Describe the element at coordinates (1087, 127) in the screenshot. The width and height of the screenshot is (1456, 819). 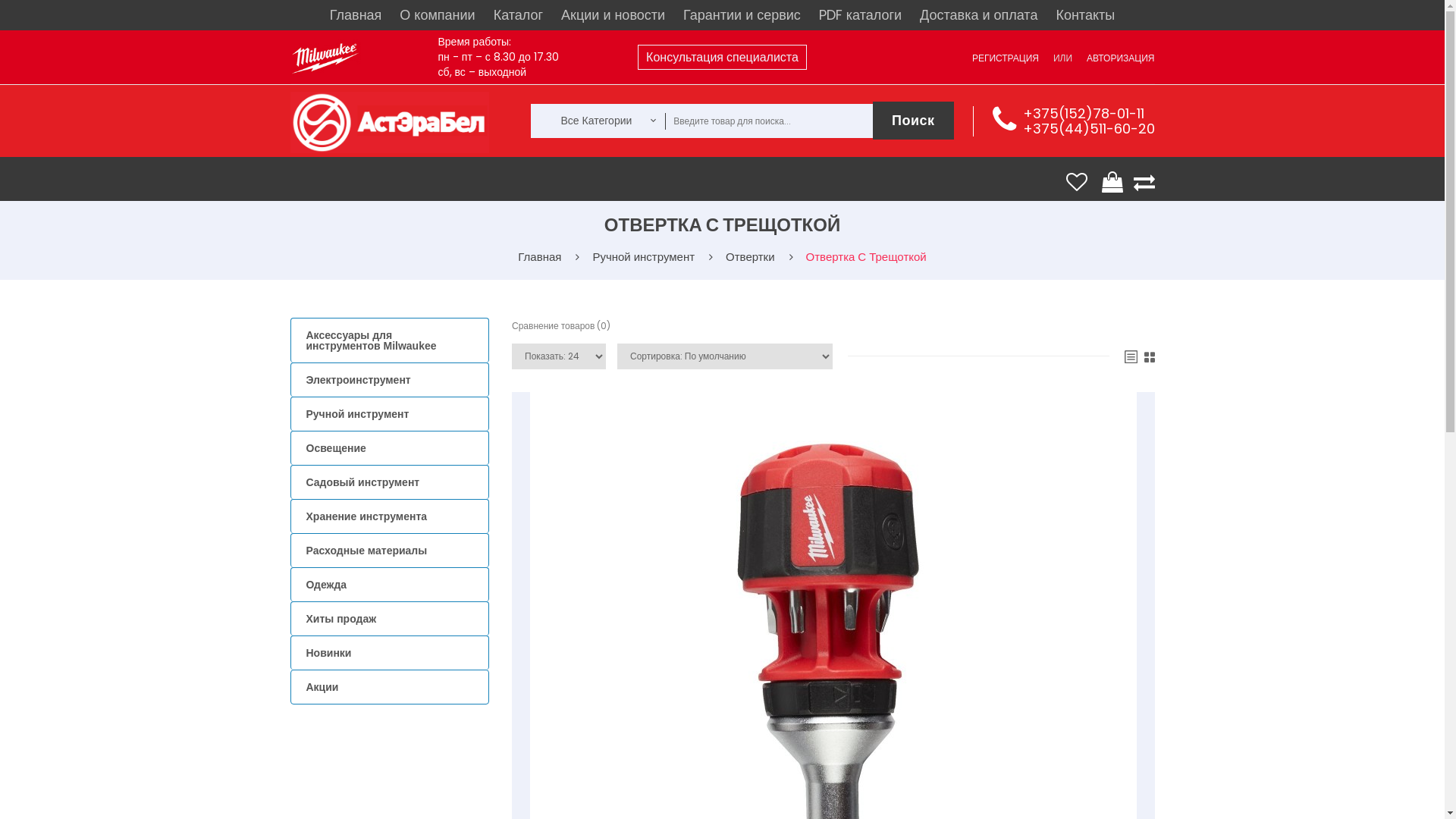
I see `'+375(44)511-60-20'` at that location.